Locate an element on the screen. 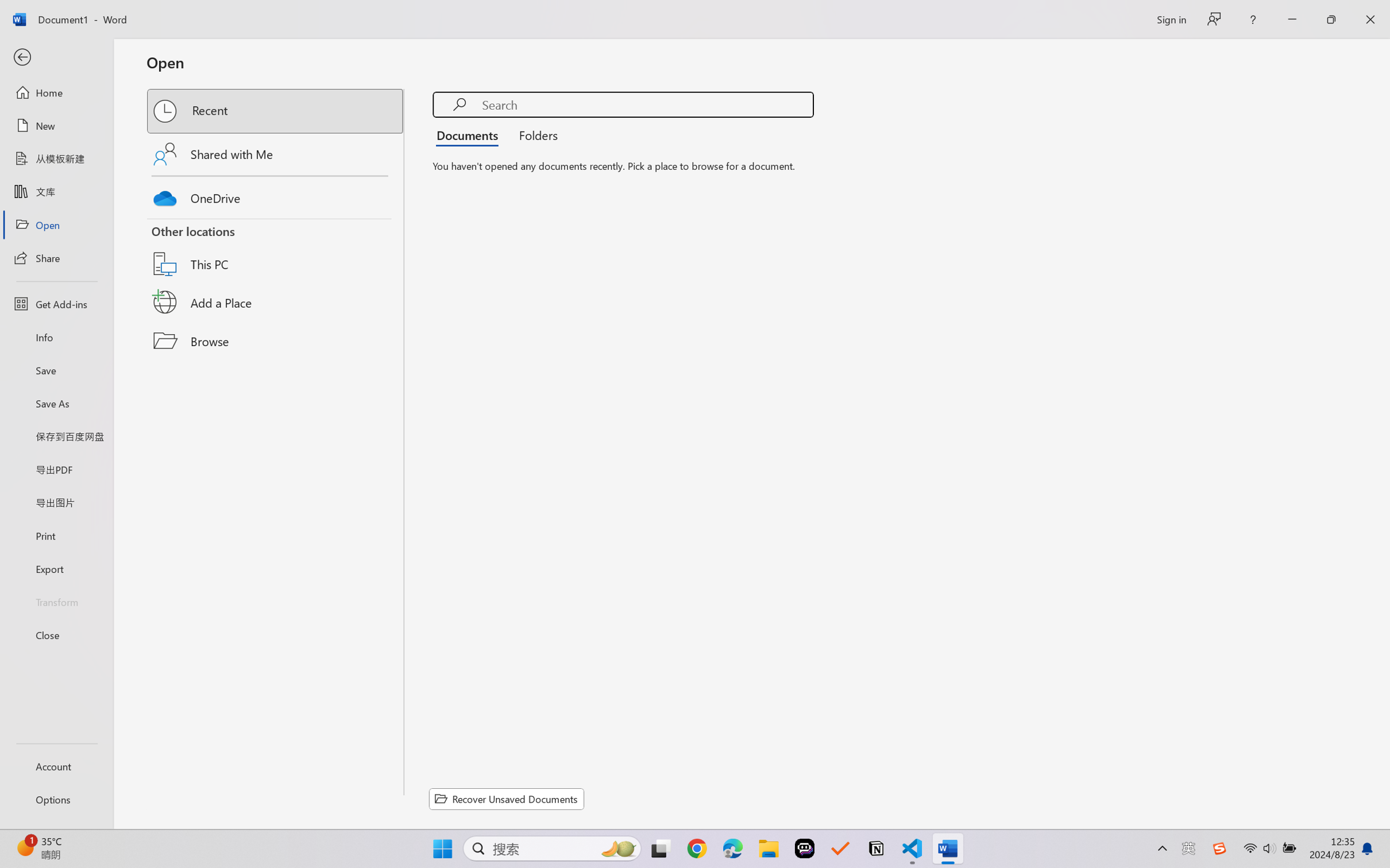  'Back' is located at coordinates (56, 57).